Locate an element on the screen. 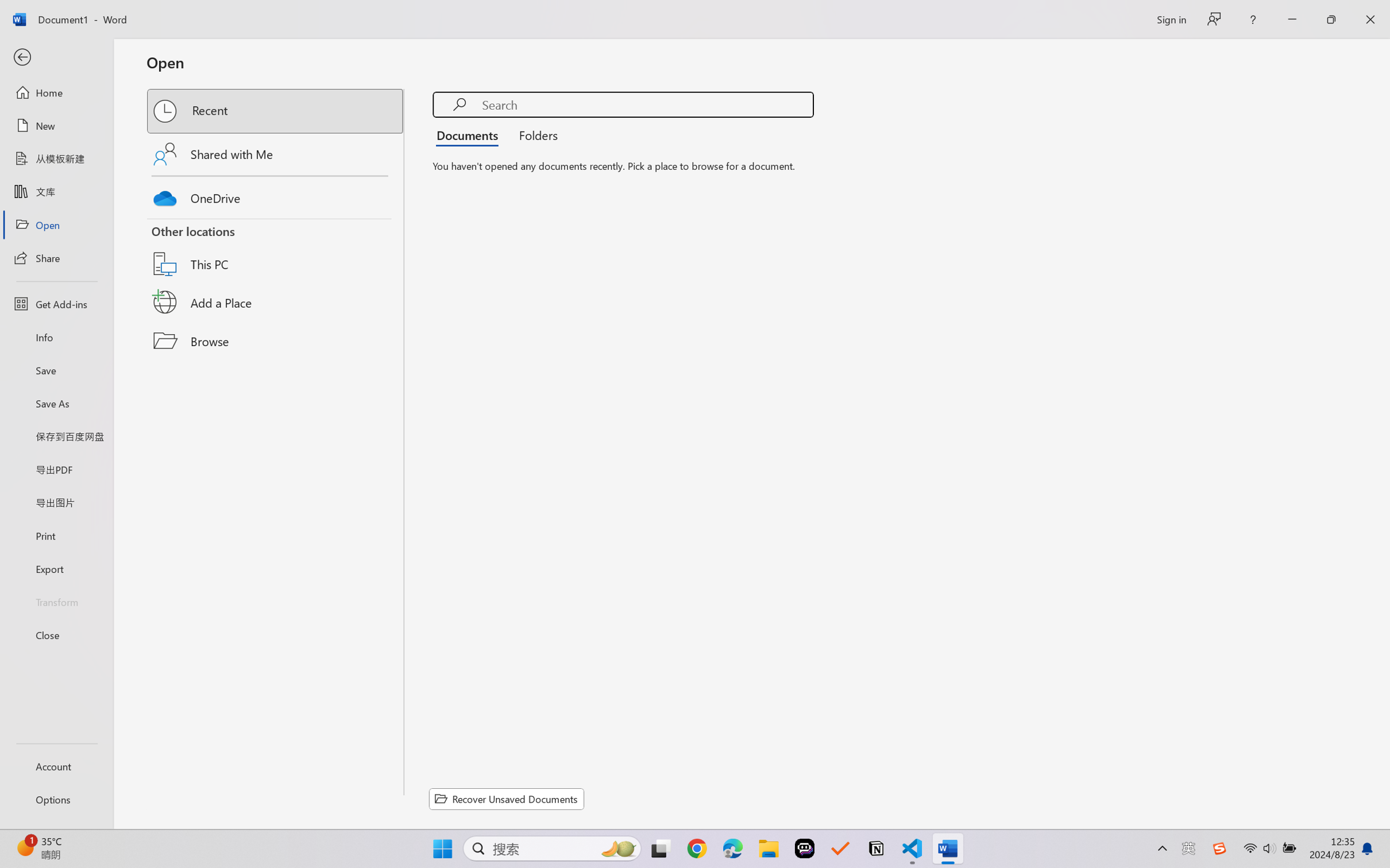  'Back' is located at coordinates (56, 57).